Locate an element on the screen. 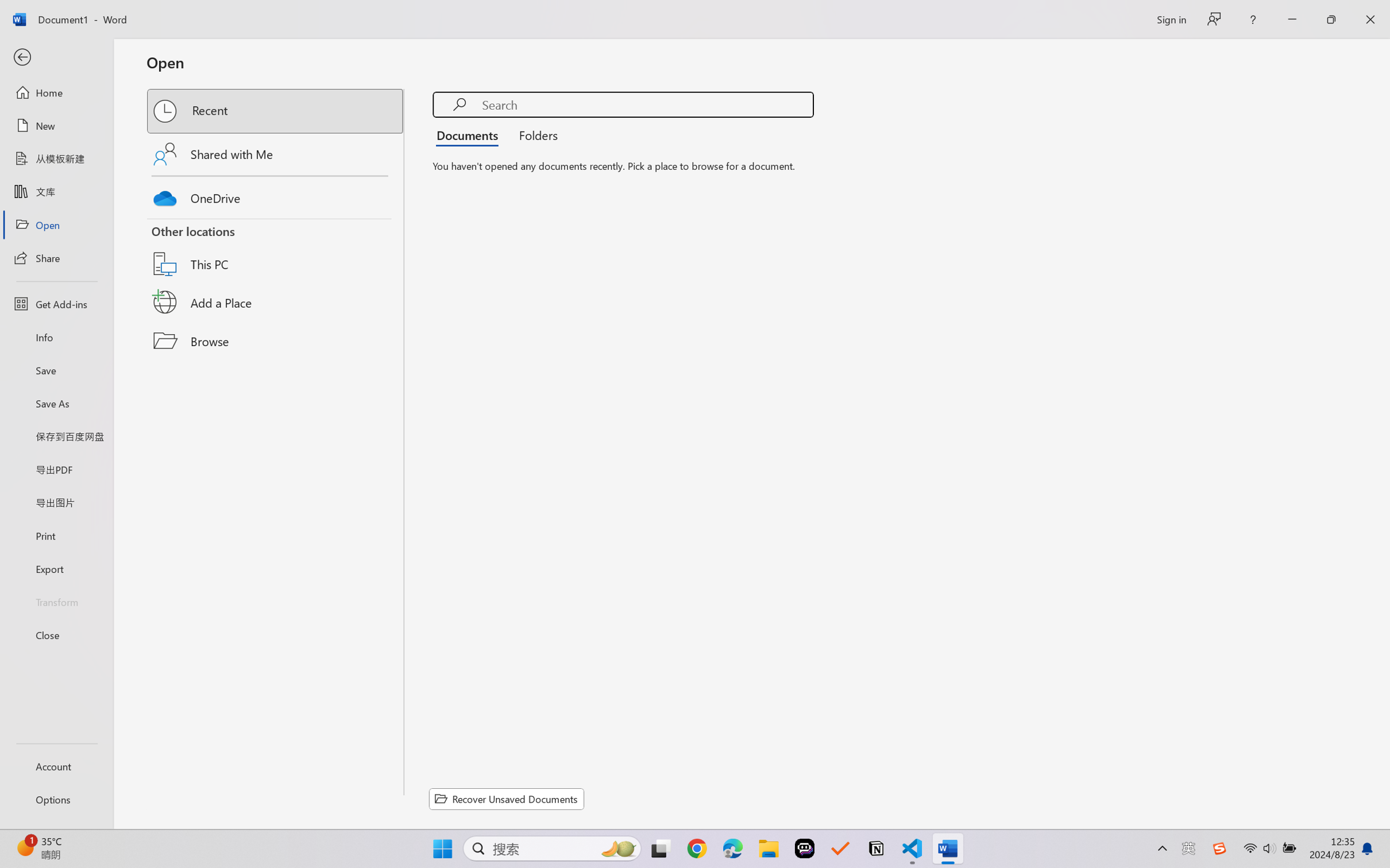  'Back' is located at coordinates (56, 57).